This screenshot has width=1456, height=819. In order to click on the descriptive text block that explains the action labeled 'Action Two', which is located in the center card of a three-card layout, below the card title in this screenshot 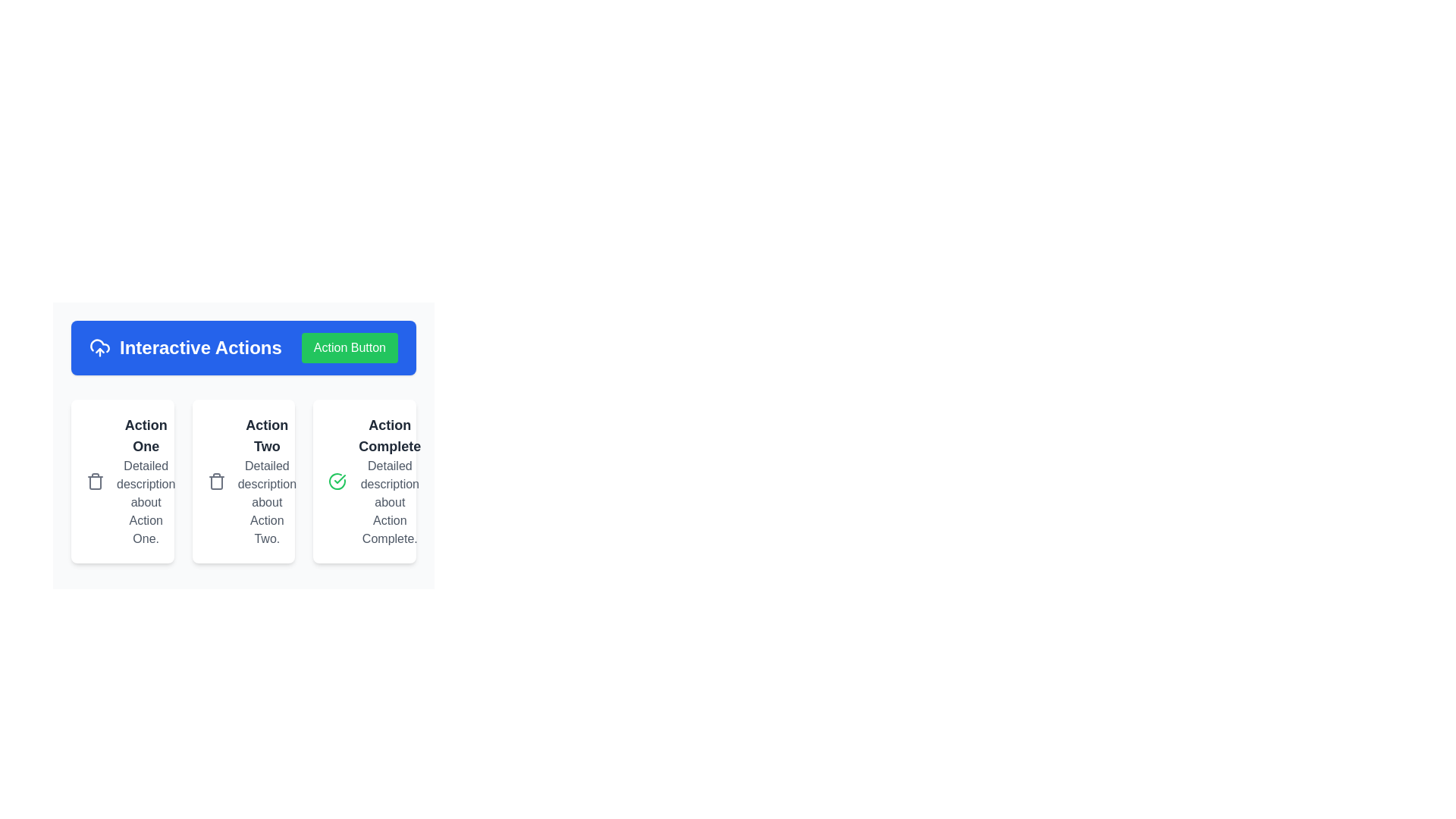, I will do `click(267, 503)`.